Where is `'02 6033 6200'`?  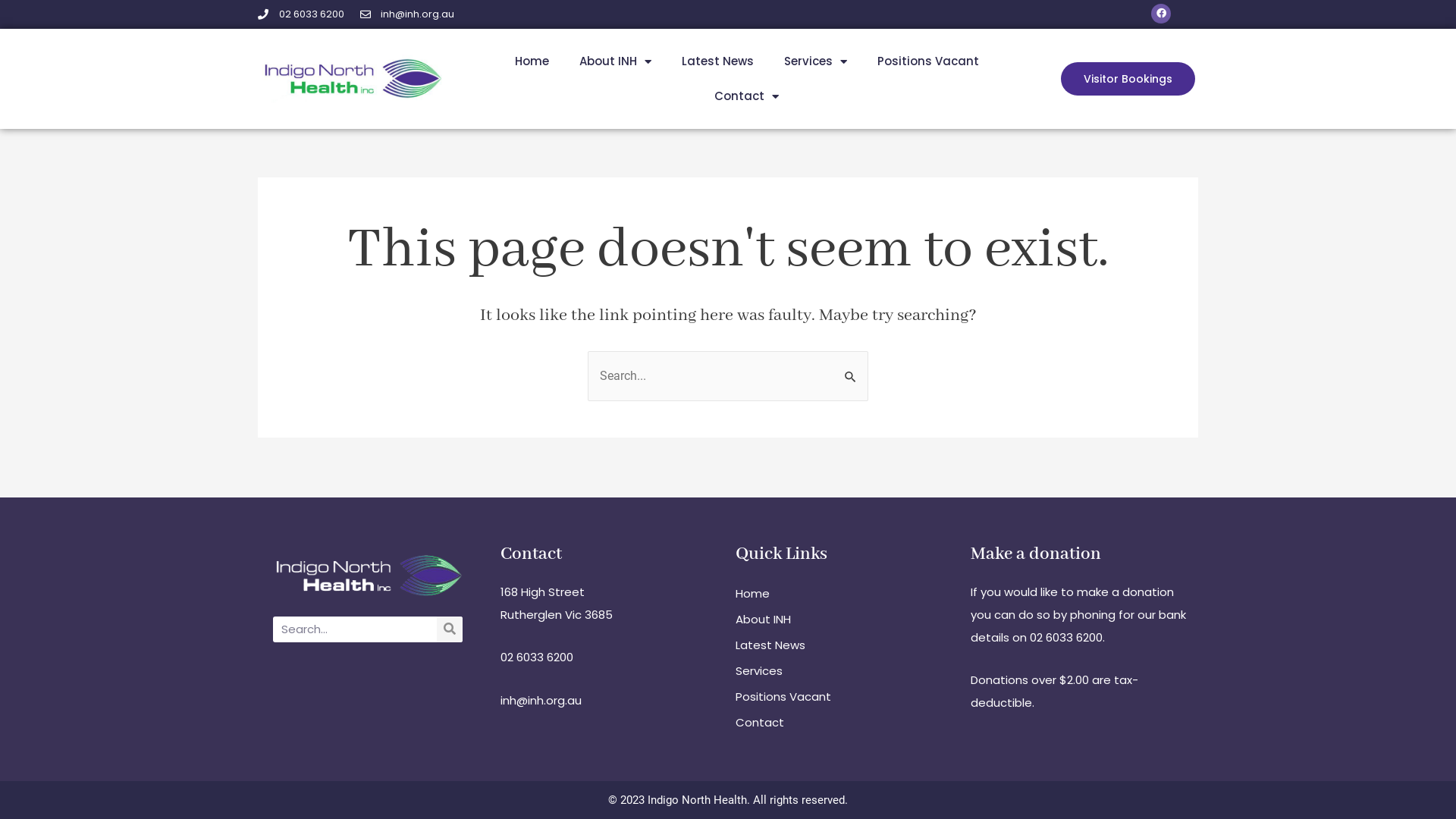 '02 6033 6200' is located at coordinates (537, 656).